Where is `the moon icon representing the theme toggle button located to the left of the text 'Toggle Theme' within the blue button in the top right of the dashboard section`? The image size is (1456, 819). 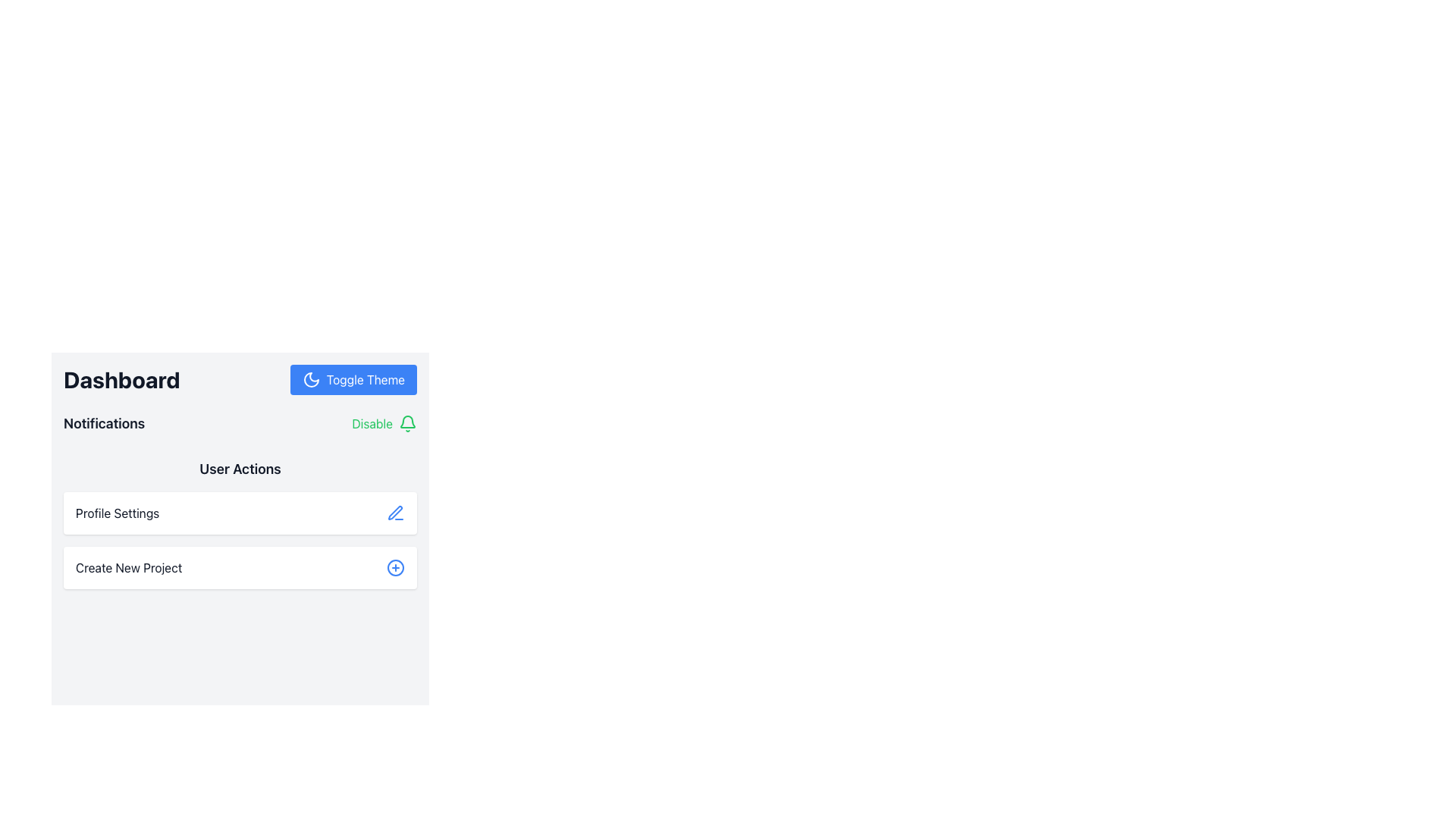
the moon icon representing the theme toggle button located to the left of the text 'Toggle Theme' within the blue button in the top right of the dashboard section is located at coordinates (310, 379).